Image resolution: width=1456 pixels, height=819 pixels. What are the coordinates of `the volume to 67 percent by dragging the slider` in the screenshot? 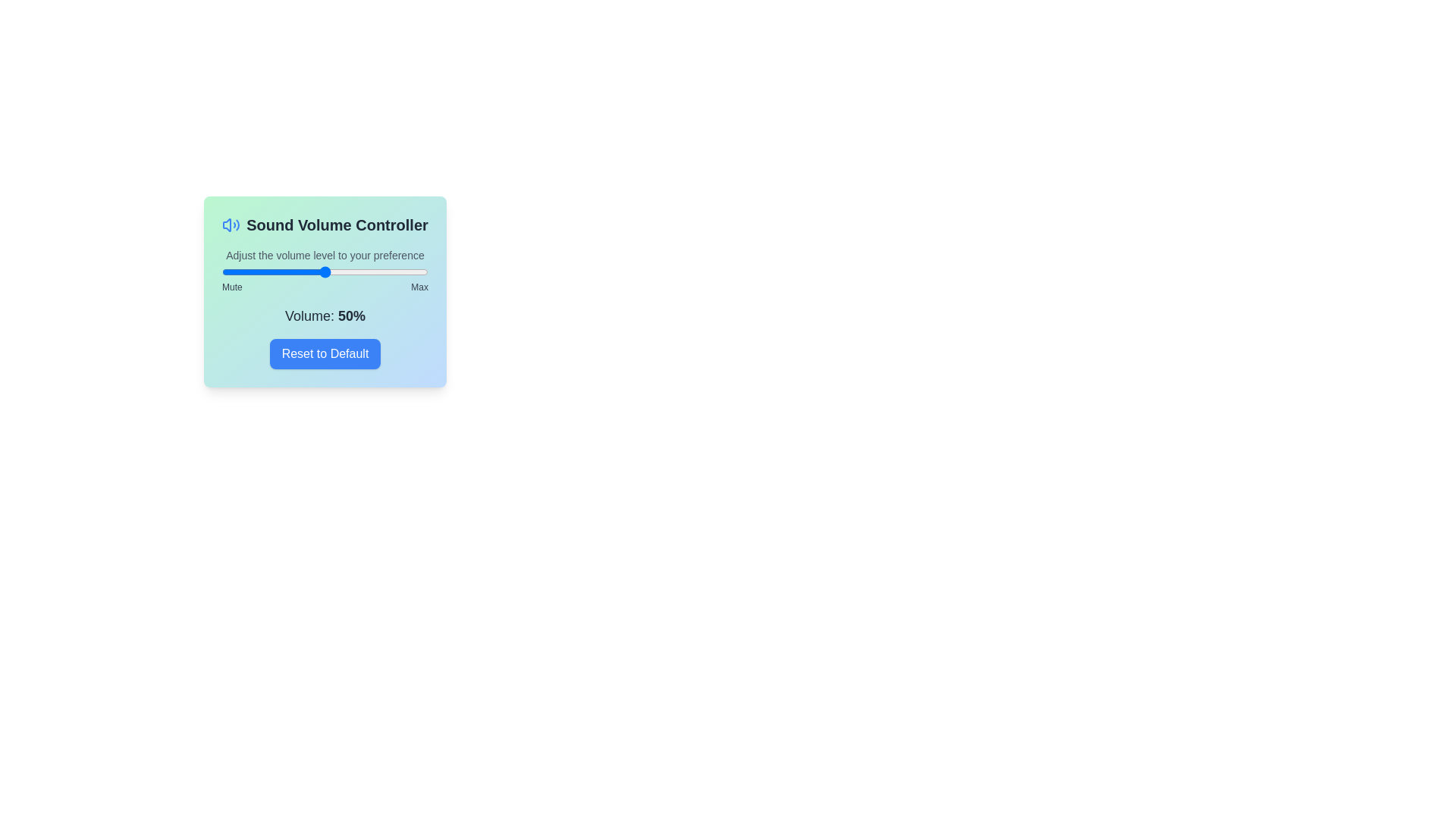 It's located at (359, 271).